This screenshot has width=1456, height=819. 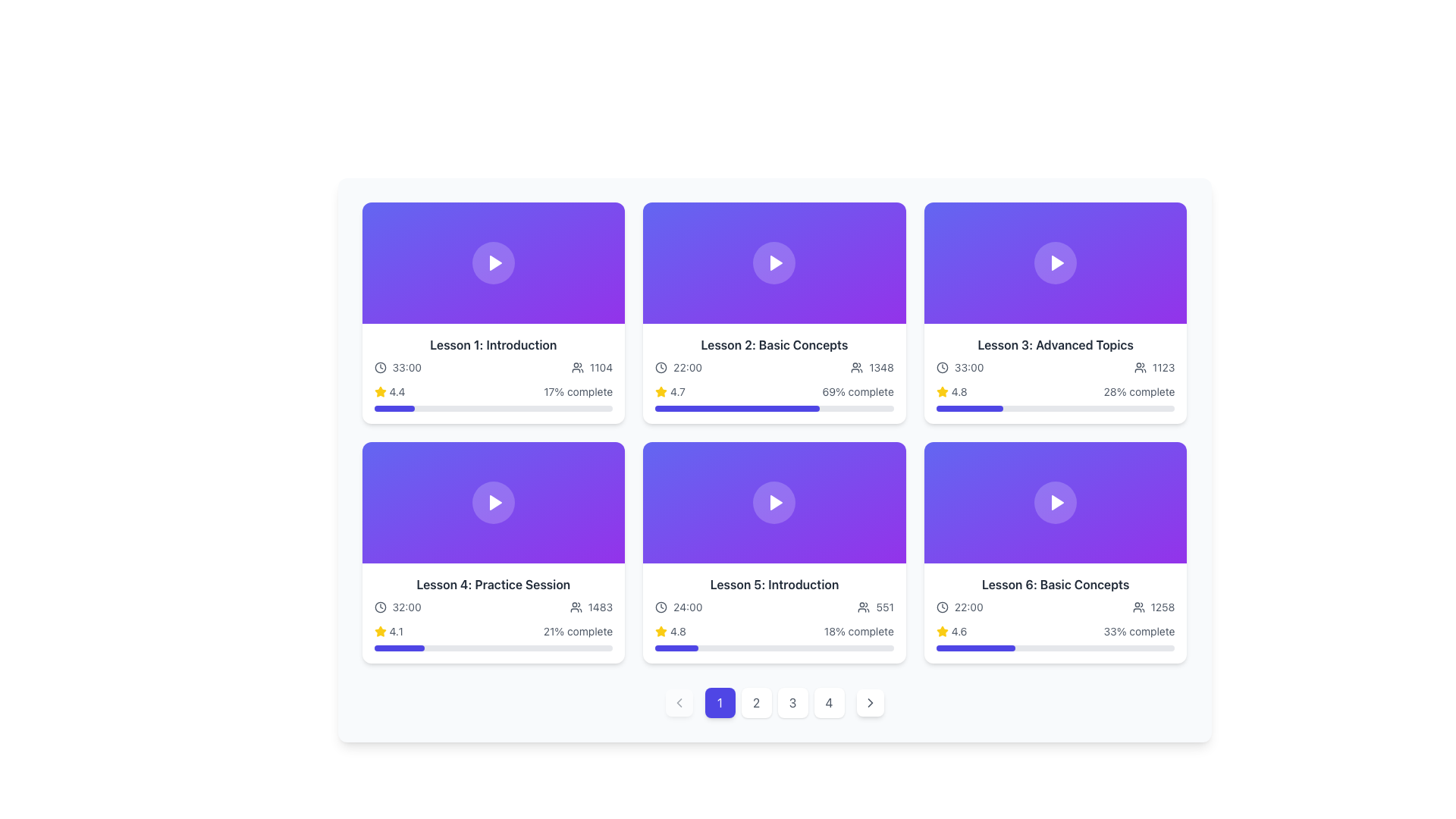 I want to click on the duration text label located in the lower-left portion of the 'Lesson 4: Practice Session' card, which follows a clock icon, so click(x=406, y=607).